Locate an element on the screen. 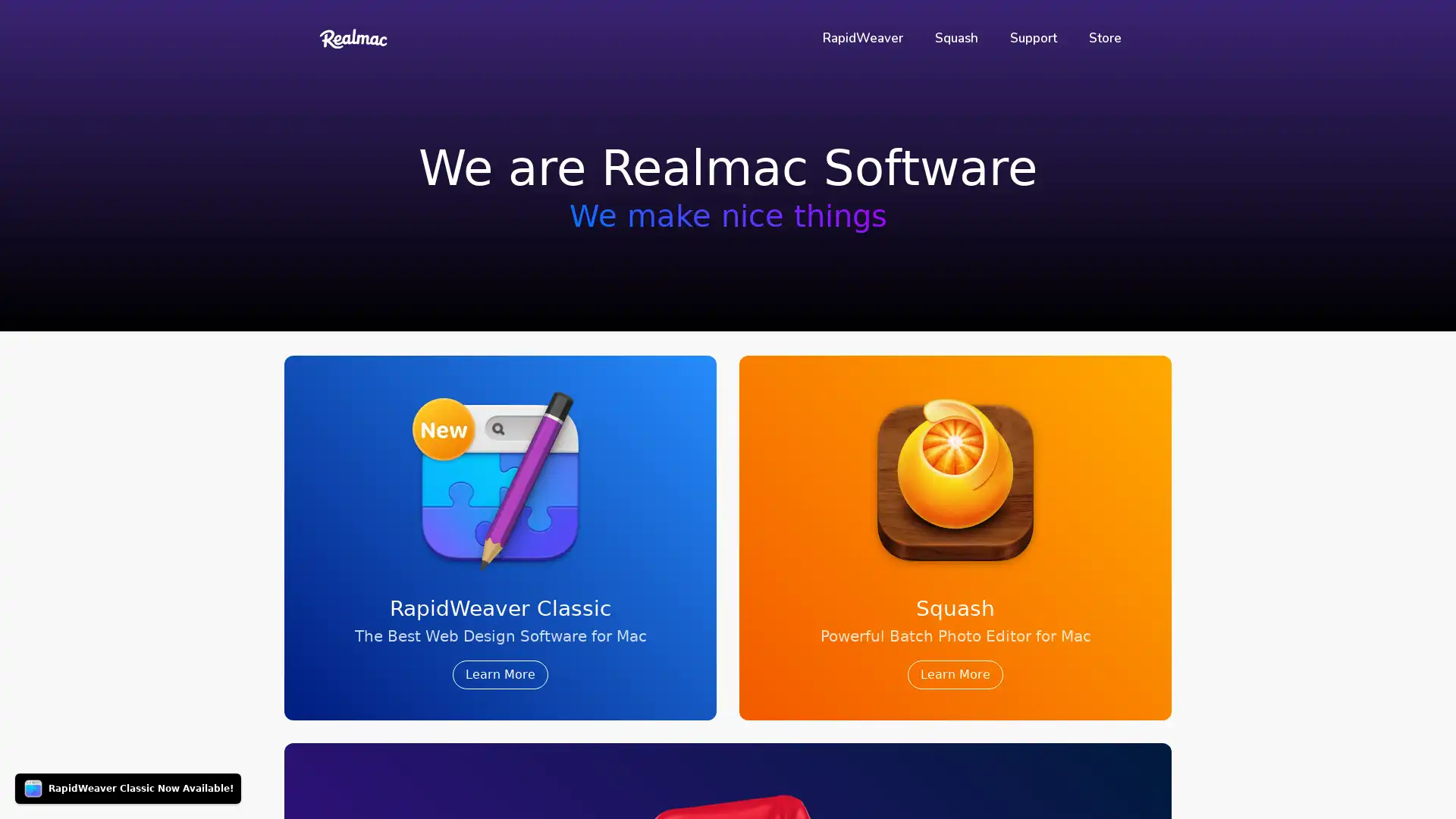 This screenshot has height=819, width=1456. Learn More is located at coordinates (954, 674).